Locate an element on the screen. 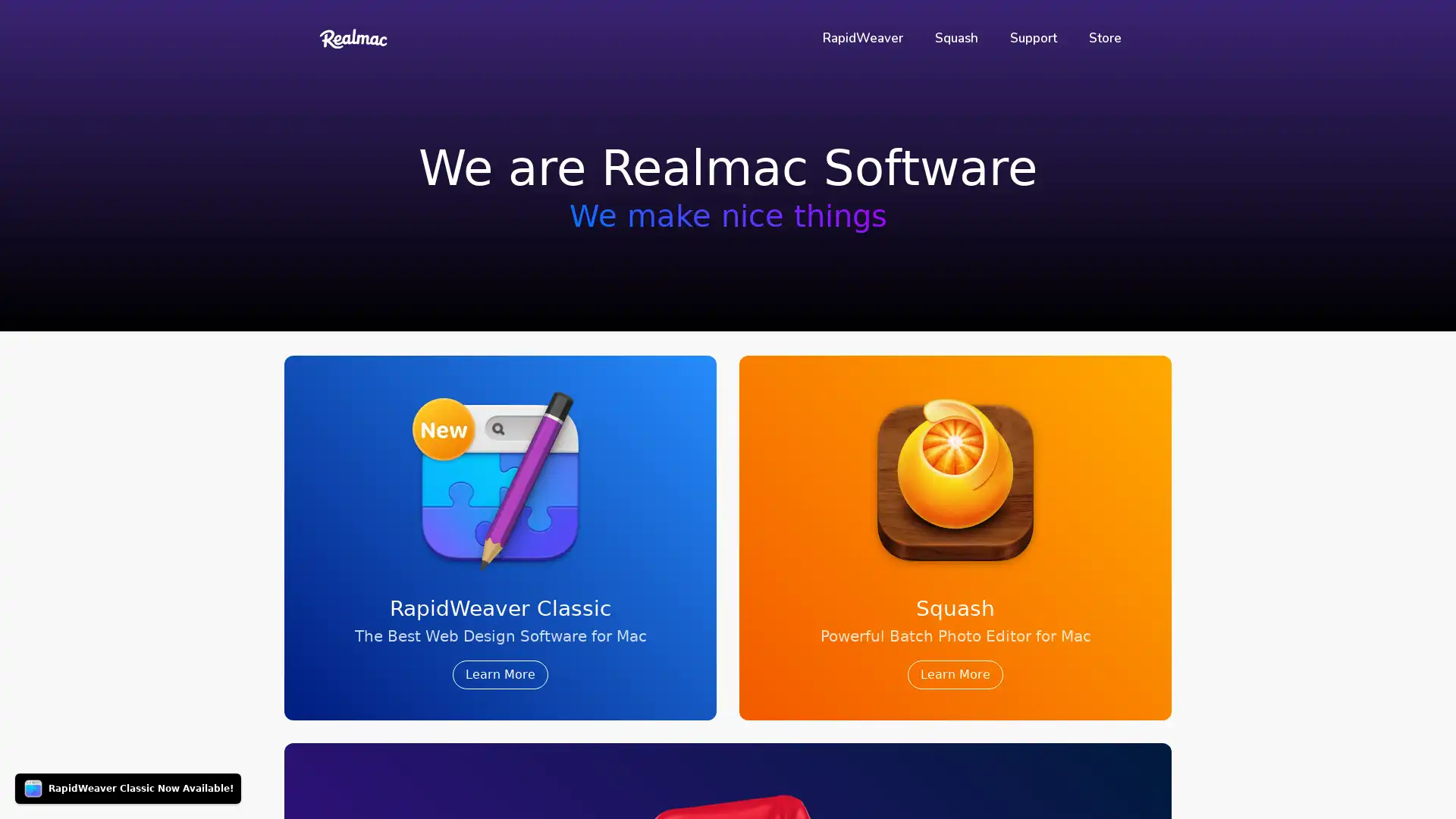 This screenshot has height=819, width=1456. Learn More is located at coordinates (954, 674).